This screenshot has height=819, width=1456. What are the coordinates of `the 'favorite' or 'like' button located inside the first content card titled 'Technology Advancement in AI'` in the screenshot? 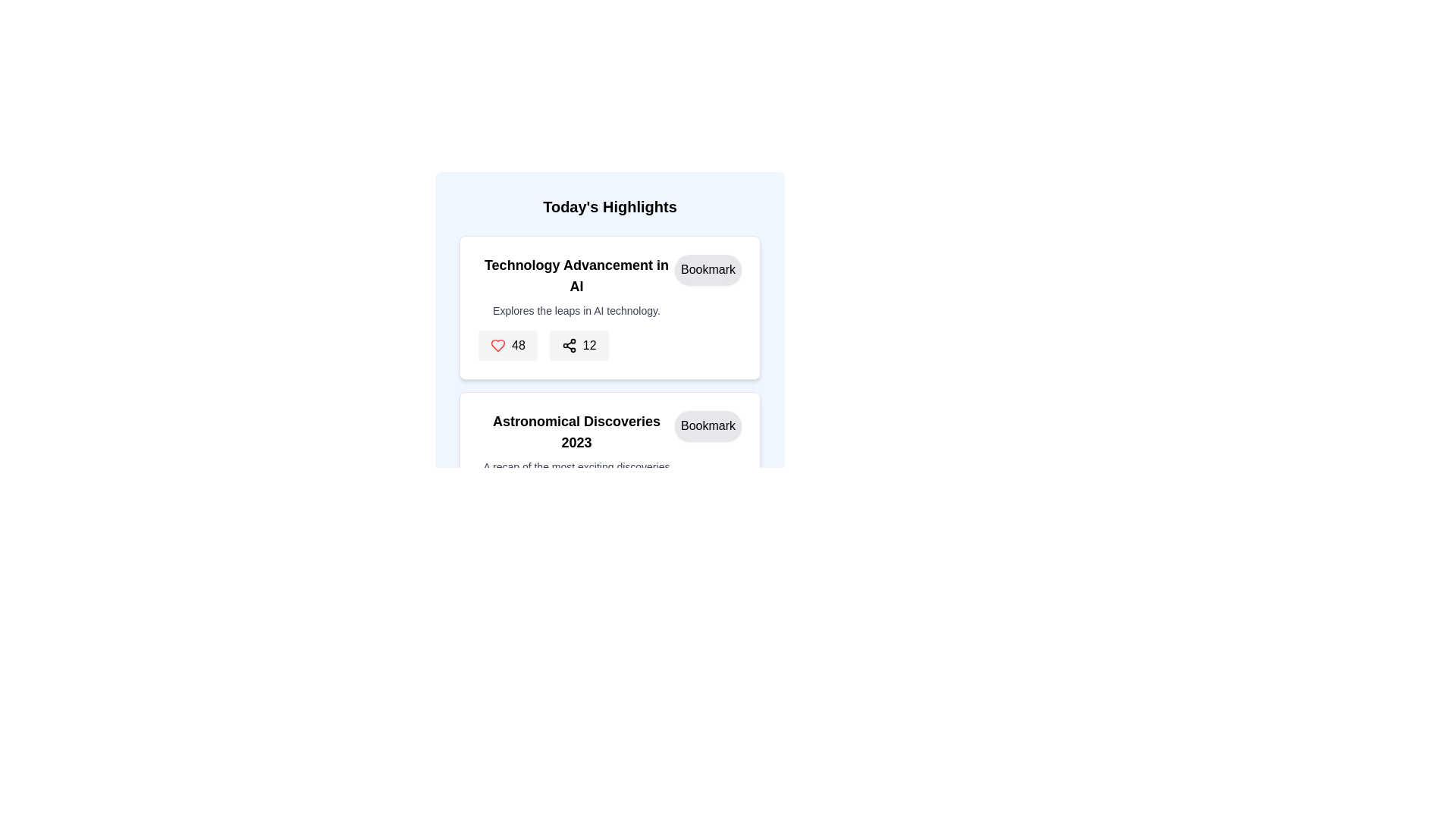 It's located at (498, 345).